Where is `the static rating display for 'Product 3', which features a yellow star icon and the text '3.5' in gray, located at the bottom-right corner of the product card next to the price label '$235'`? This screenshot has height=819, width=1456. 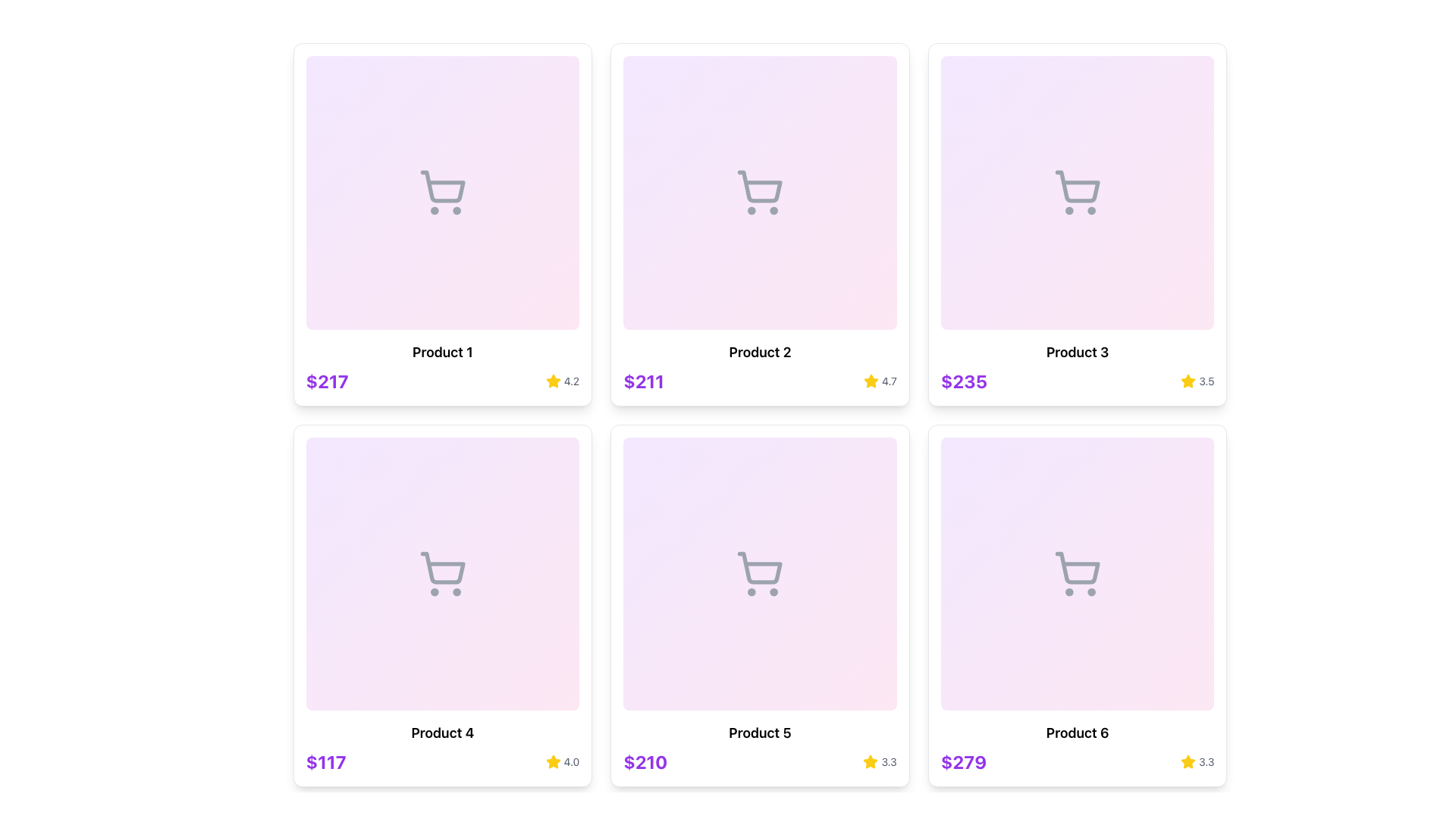 the static rating display for 'Product 3', which features a yellow star icon and the text '3.5' in gray, located at the bottom-right corner of the product card next to the price label '$235' is located at coordinates (1197, 380).